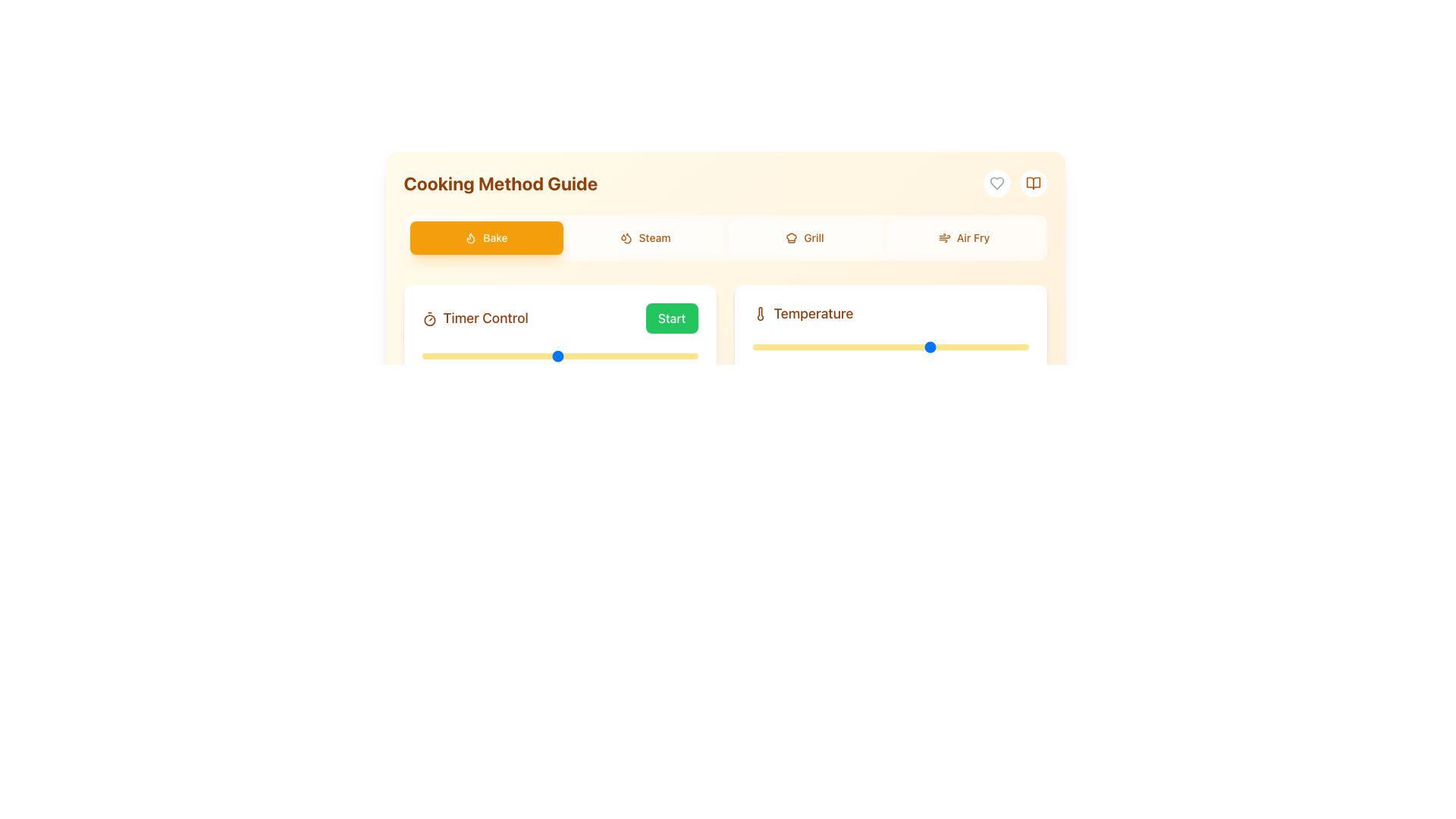 The image size is (1456, 819). What do you see at coordinates (777, 347) in the screenshot?
I see `the slider` at bounding box center [777, 347].